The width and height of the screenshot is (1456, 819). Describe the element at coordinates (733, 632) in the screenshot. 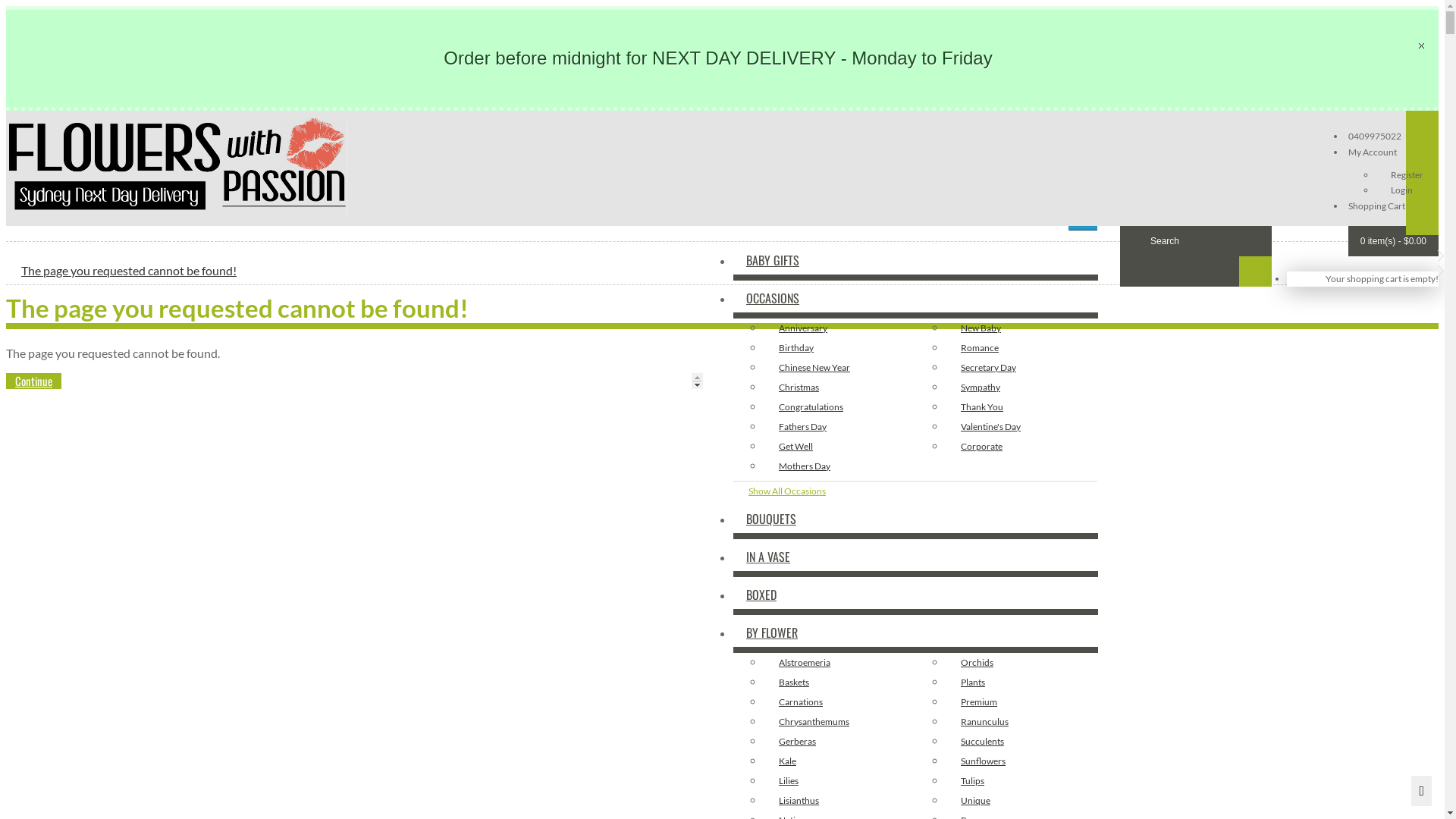

I see `'BY FLOWER'` at that location.